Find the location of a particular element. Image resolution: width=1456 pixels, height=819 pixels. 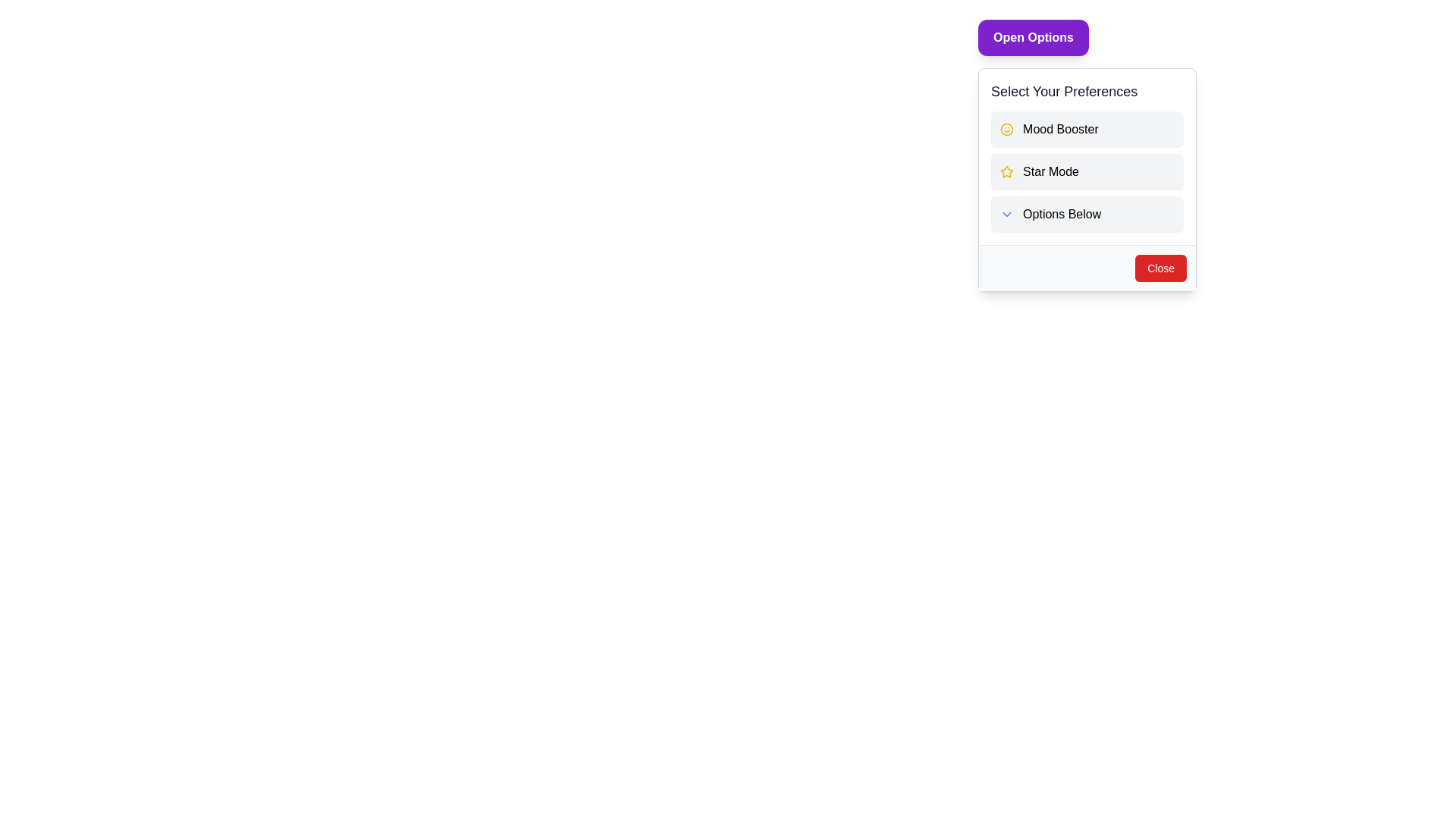

the close button located at the bottom-right corner of the card interface to observe the hover effect is located at coordinates (1160, 268).